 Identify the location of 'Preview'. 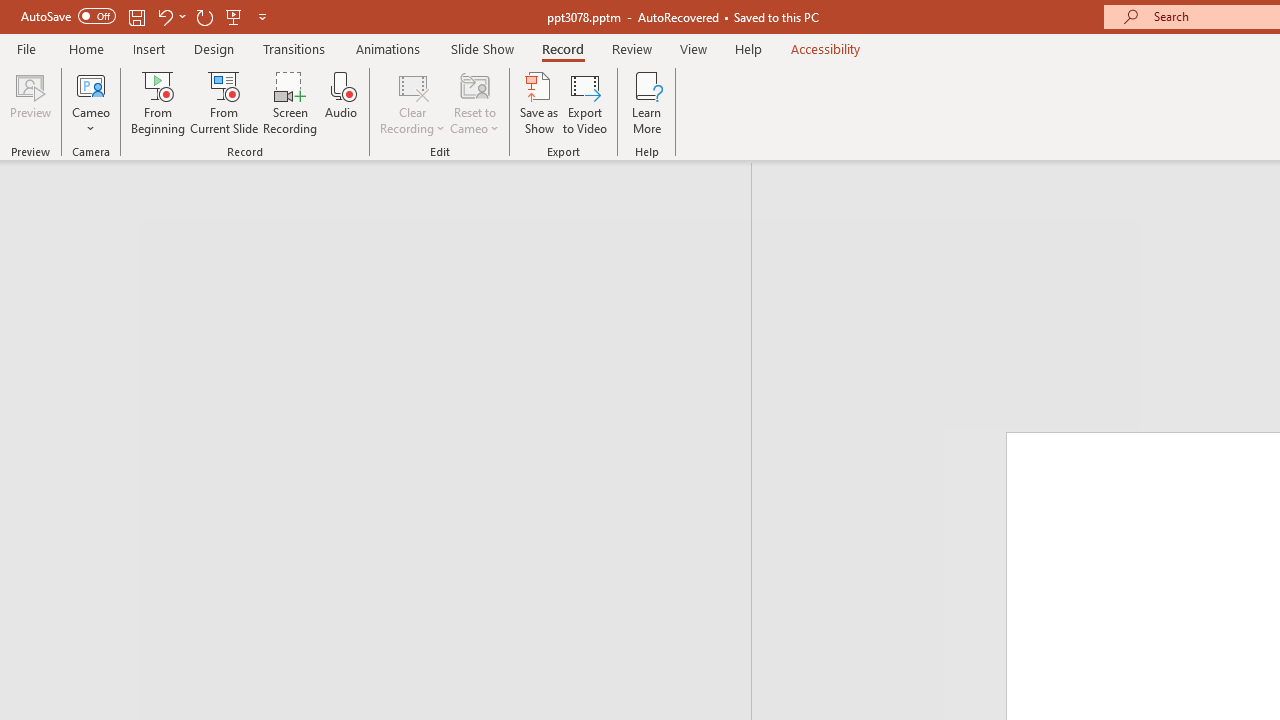
(30, 103).